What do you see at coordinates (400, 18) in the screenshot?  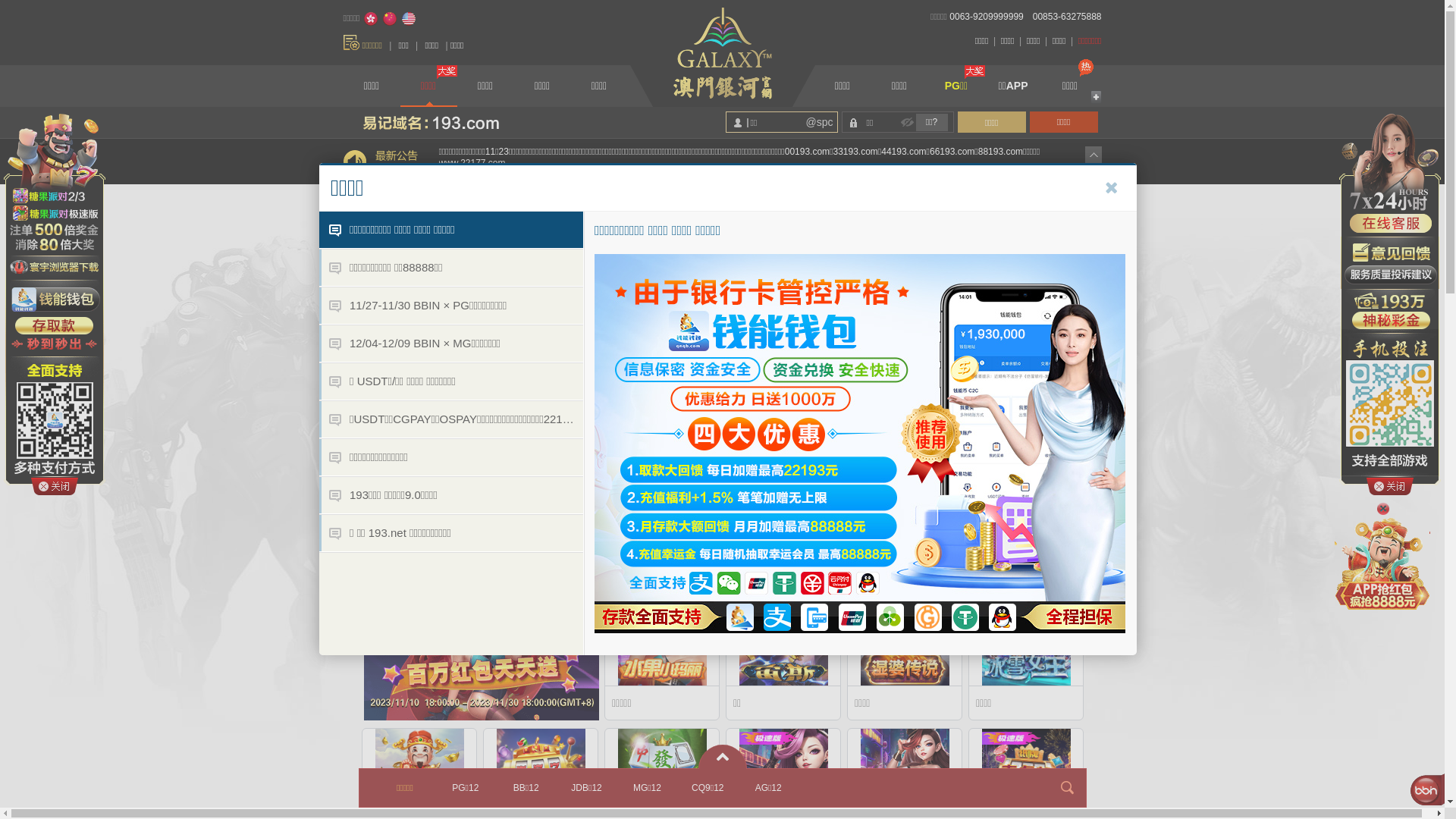 I see `'English'` at bounding box center [400, 18].